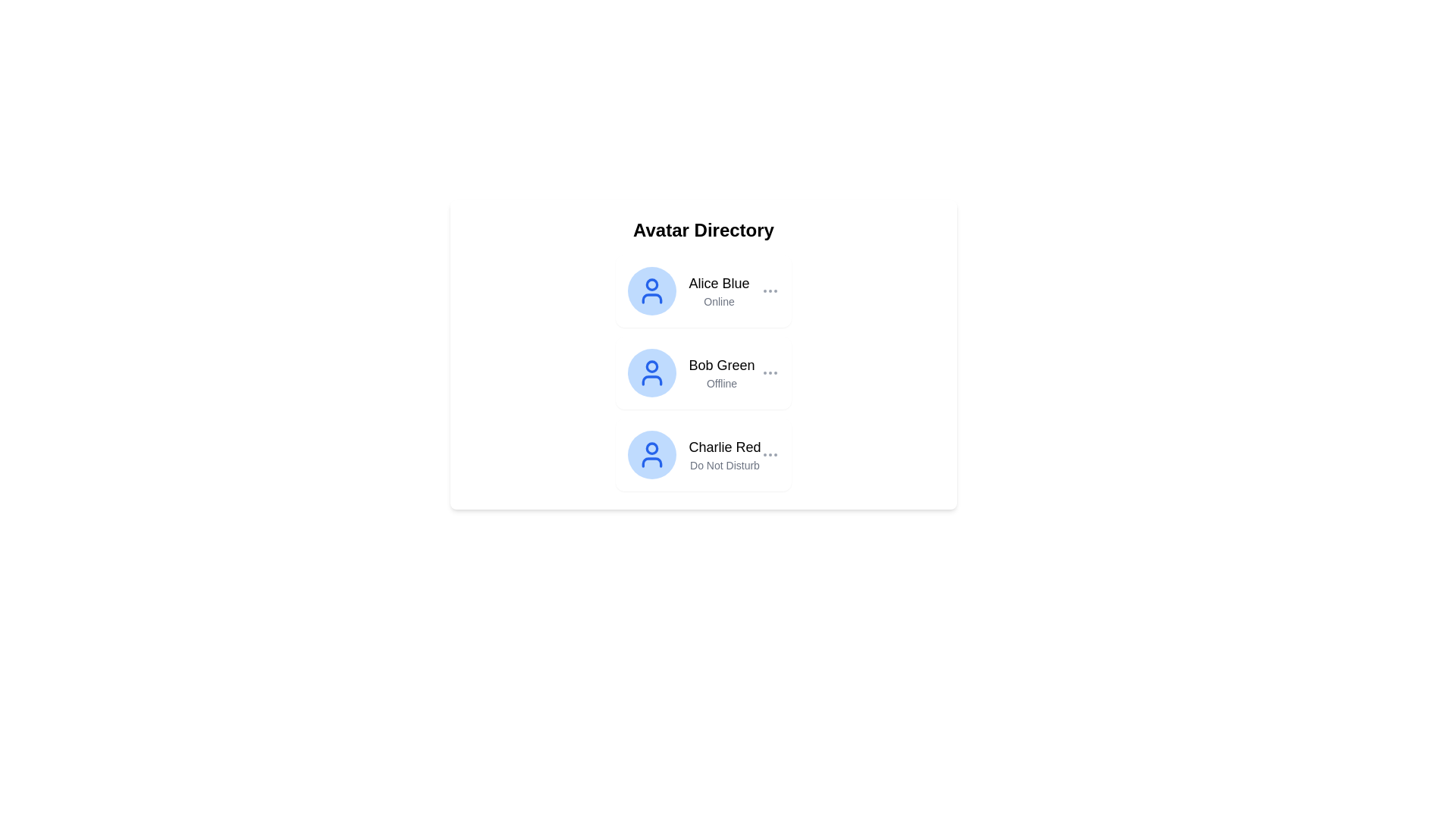  I want to click on status text label indicating that 'Bob Green' is currently offline, located below the name 'Bob Green' in the Avatar Directory interface, so click(720, 382).